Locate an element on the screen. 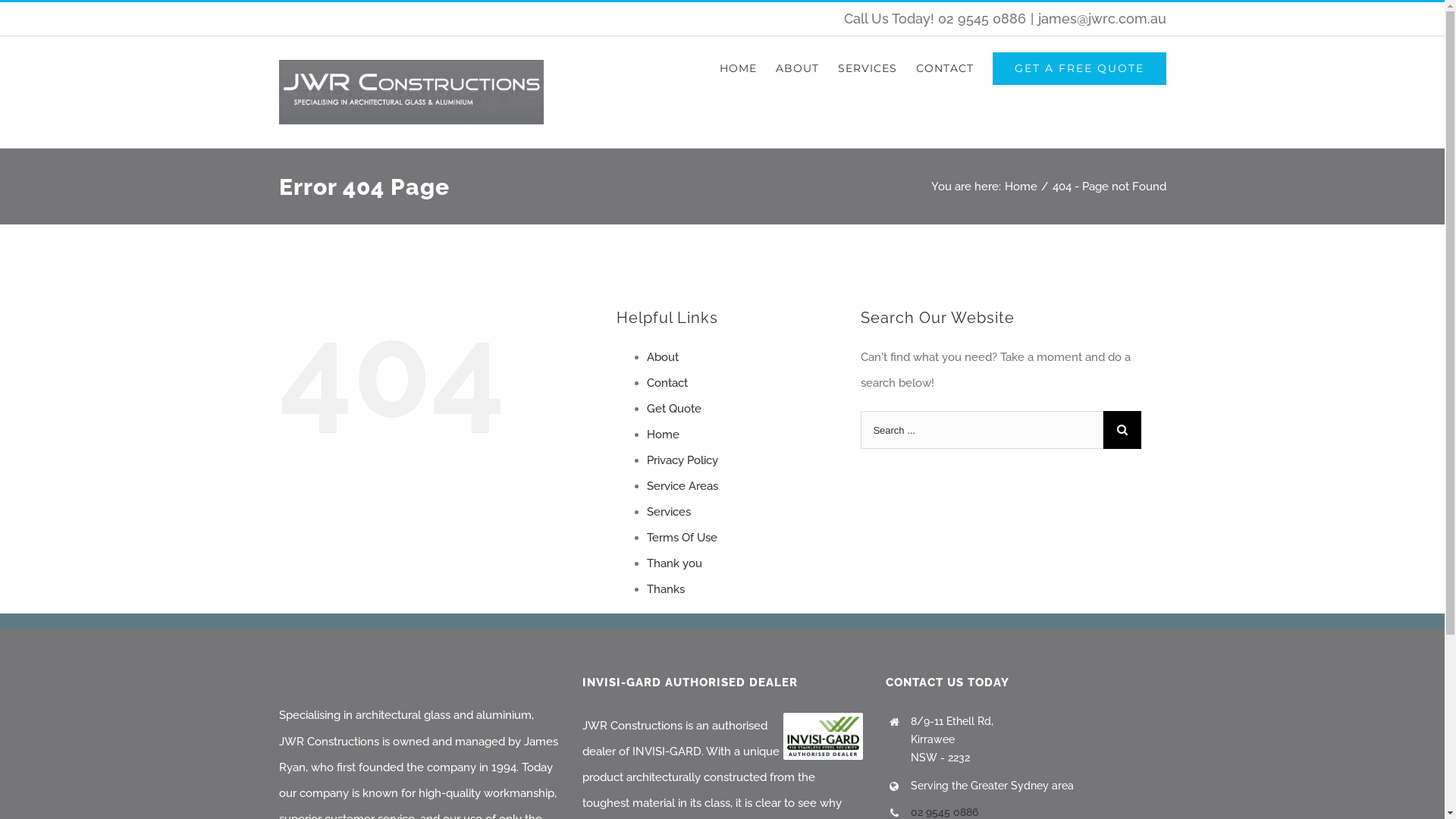  'ABOUT' is located at coordinates (795, 67).